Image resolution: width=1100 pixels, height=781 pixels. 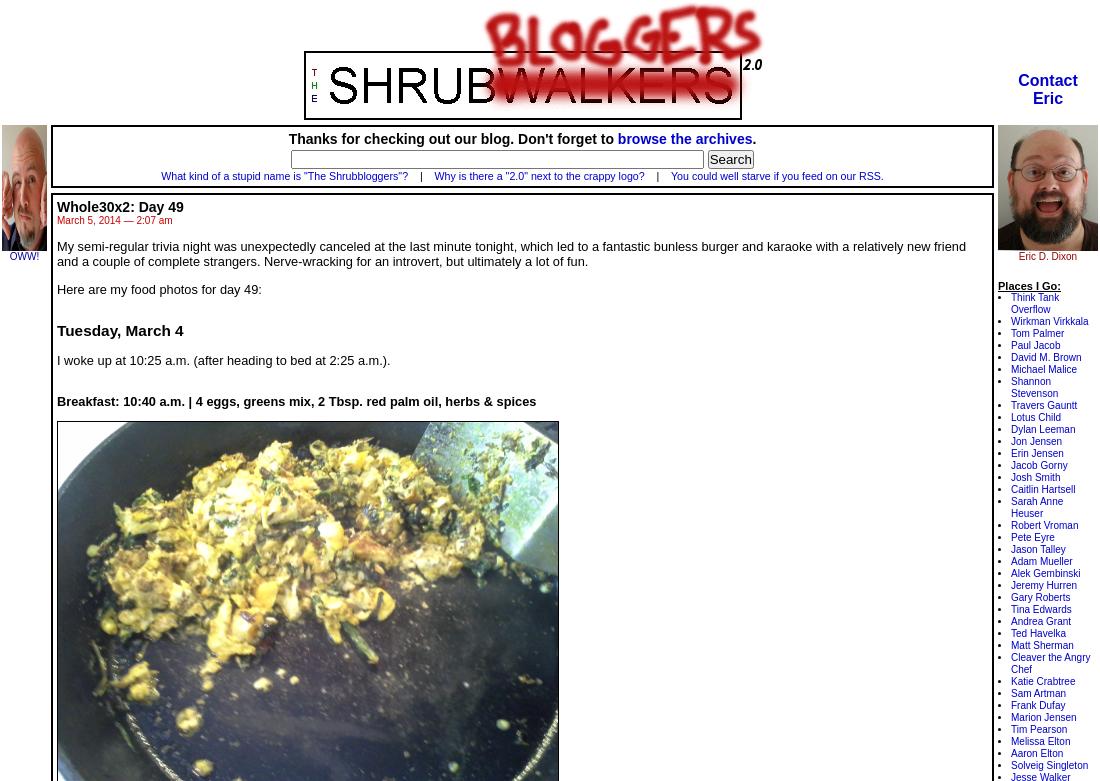 I want to click on 'Marion Jensen', so click(x=1043, y=716).